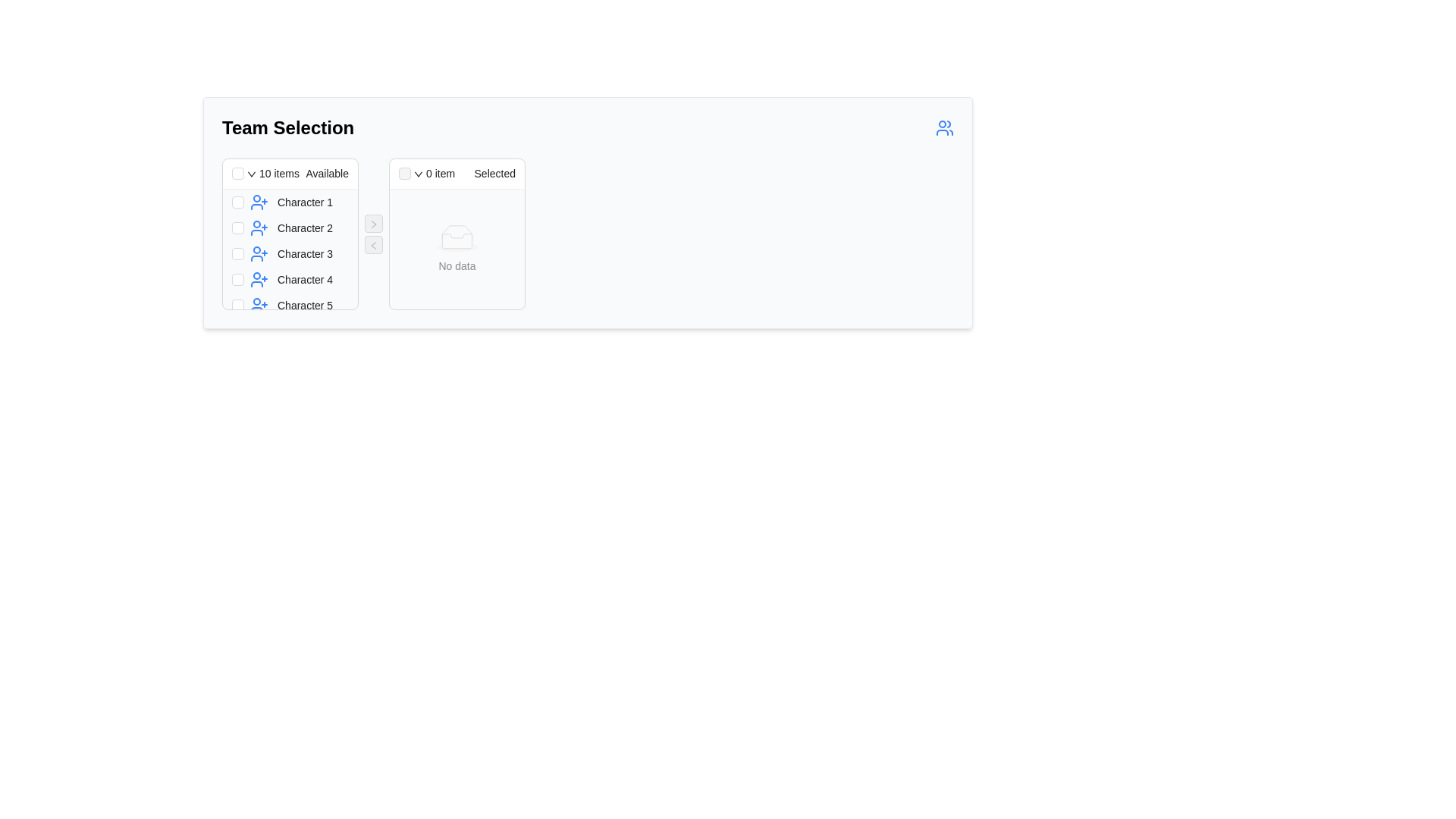  Describe the element at coordinates (374, 244) in the screenshot. I see `the button containing the left arrow icon, which is styled in a primary color and positioned centrally within the panel` at that location.